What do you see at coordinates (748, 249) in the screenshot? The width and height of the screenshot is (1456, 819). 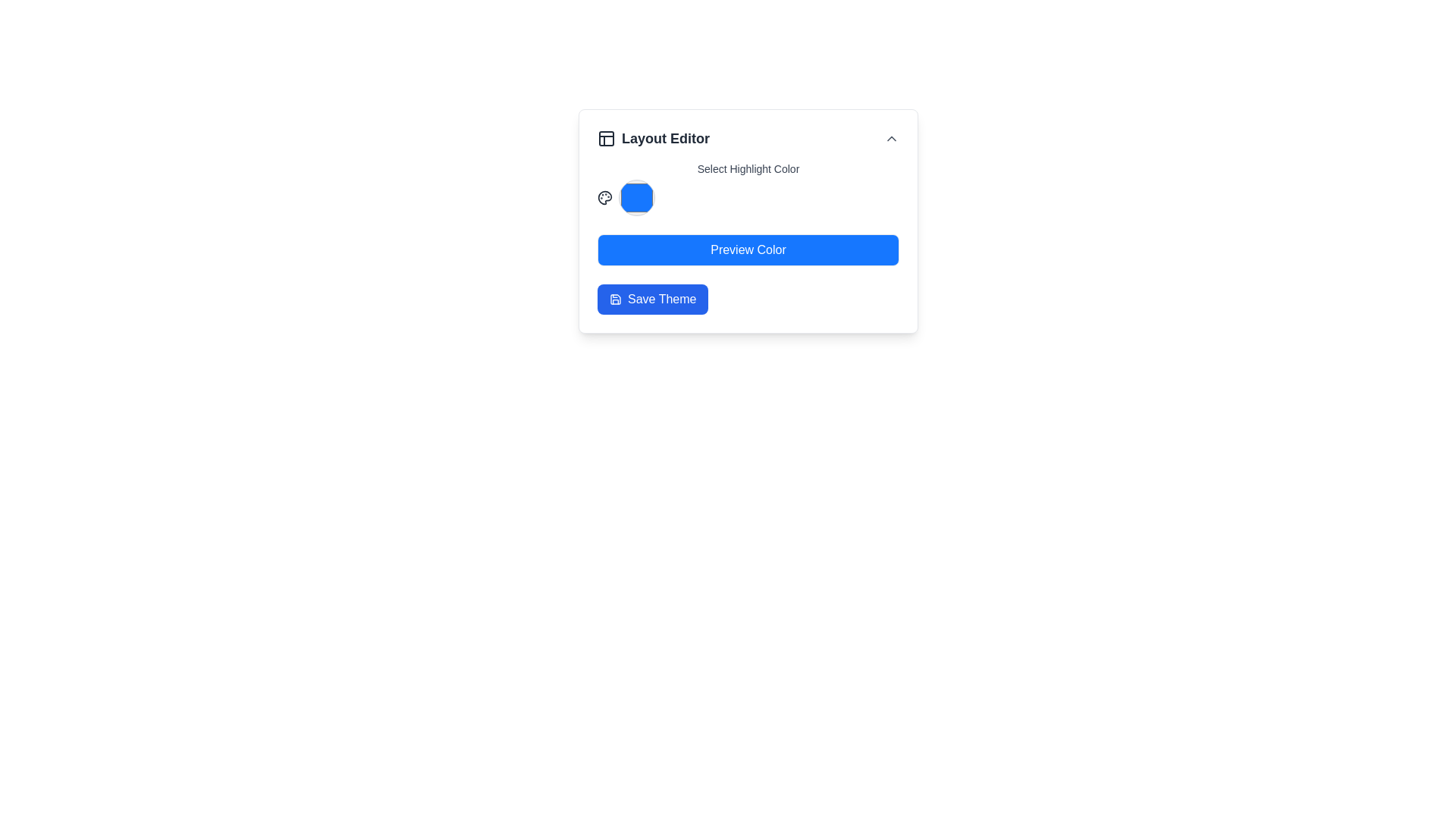 I see `the static informational block that displays the preview of the selected color, located below the color selection interface and above the 'Save Theme' button` at bounding box center [748, 249].